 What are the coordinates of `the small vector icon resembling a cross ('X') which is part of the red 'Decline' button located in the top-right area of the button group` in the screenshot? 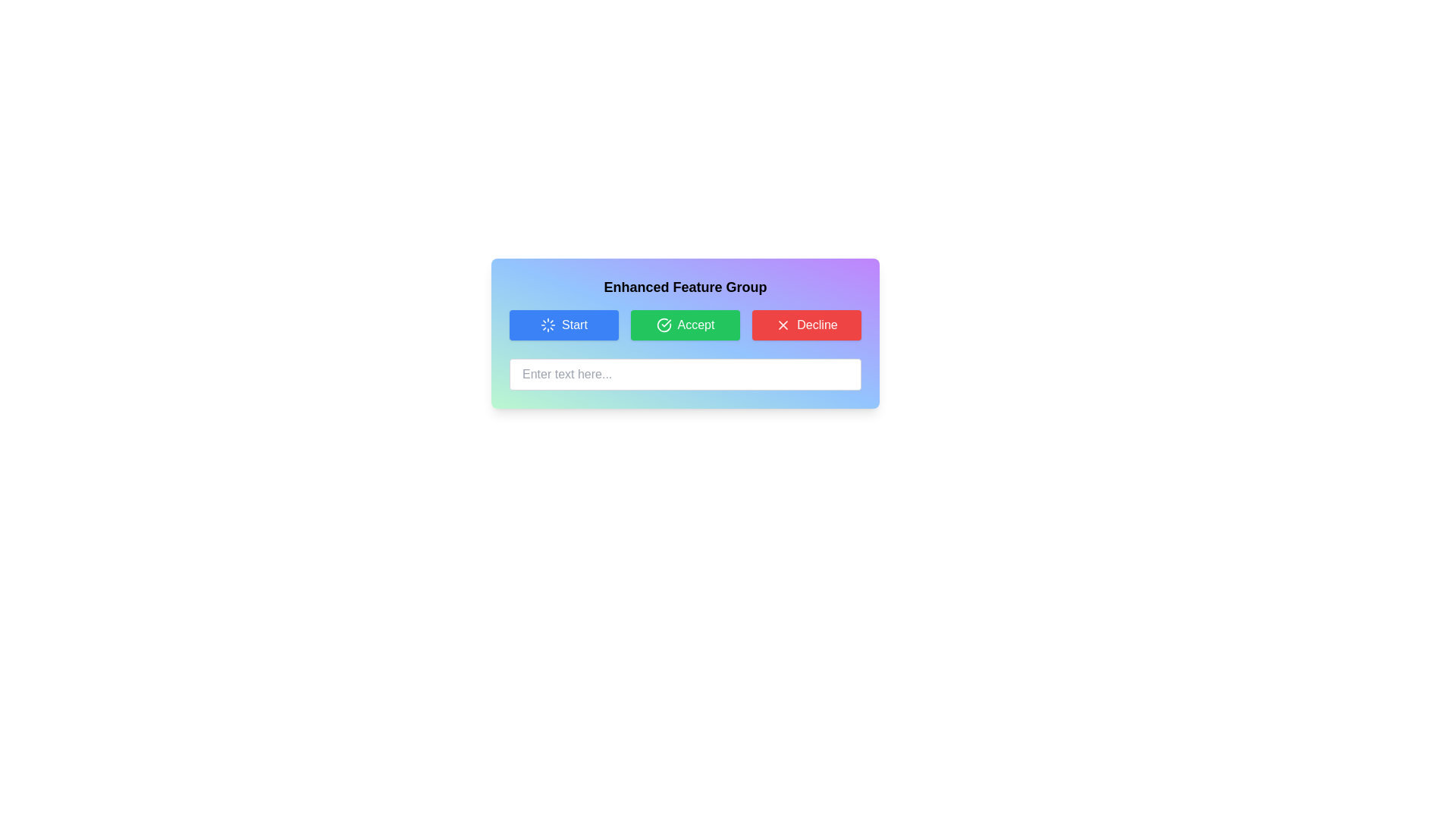 It's located at (783, 324).